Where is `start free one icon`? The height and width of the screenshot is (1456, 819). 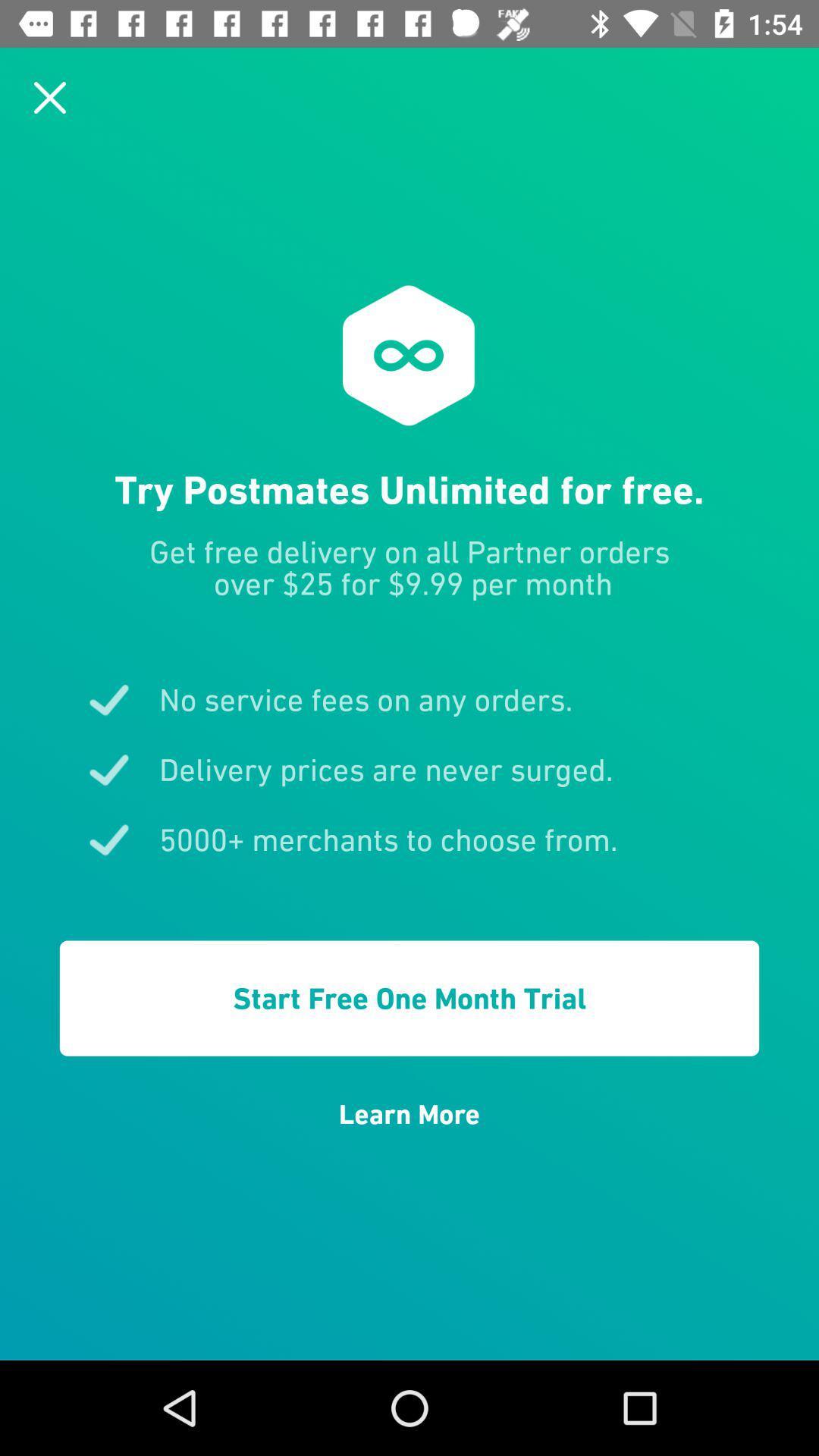 start free one icon is located at coordinates (409, 998).